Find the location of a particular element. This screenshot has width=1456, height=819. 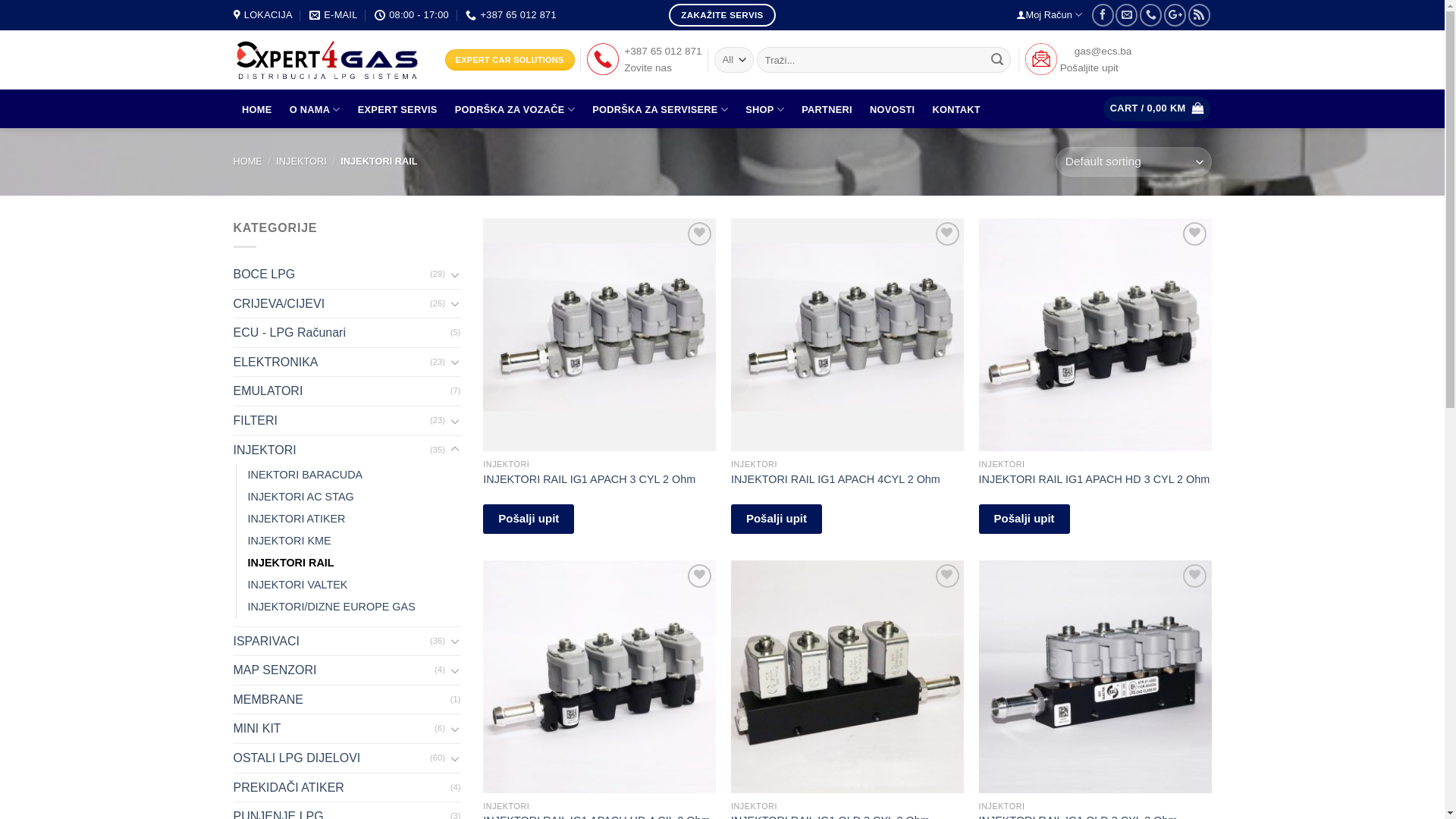

'EXPERT SERVIS' is located at coordinates (397, 109).